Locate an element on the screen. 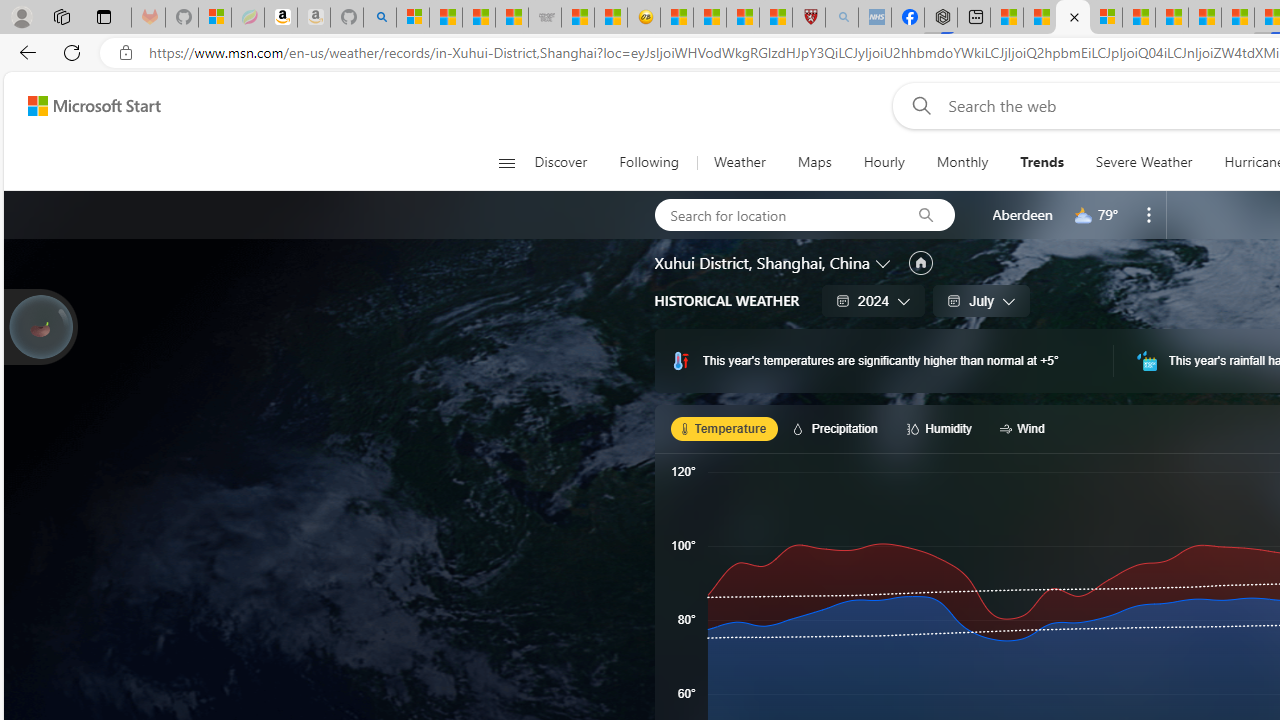 The image size is (1280, 720). 'Humidity' is located at coordinates (941, 427).